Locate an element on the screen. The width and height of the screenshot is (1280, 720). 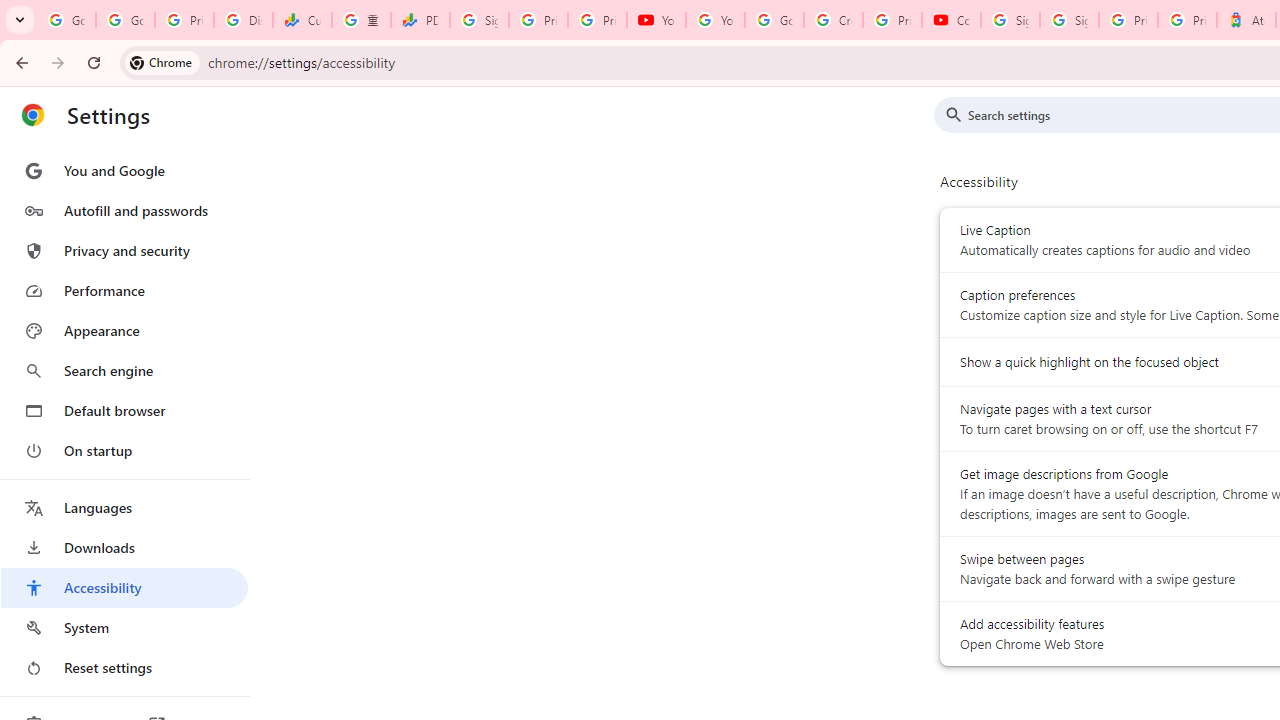
'Downloads' is located at coordinates (123, 547).